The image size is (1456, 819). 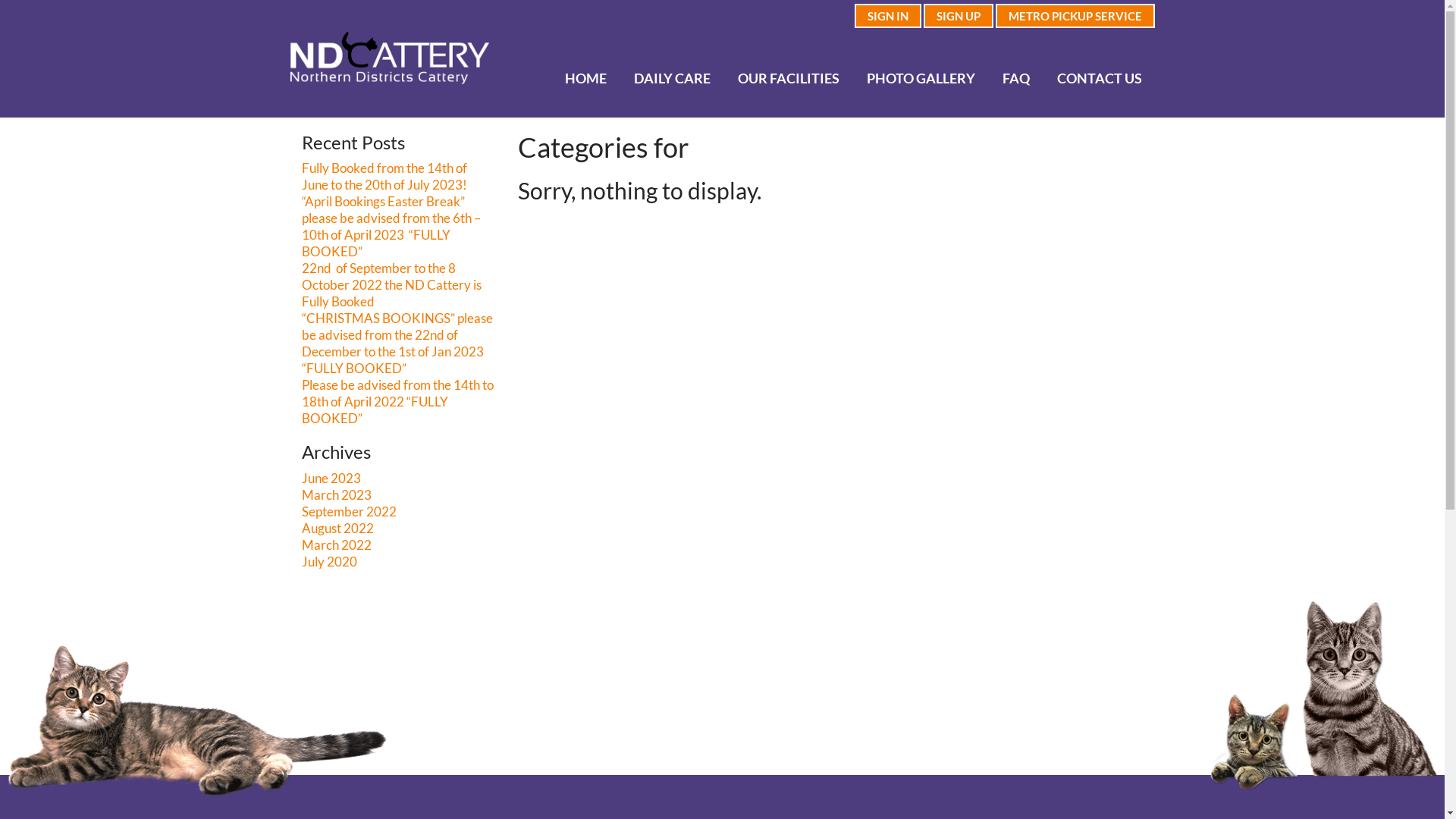 I want to click on 'OUR FACILITIES', so click(x=788, y=77).